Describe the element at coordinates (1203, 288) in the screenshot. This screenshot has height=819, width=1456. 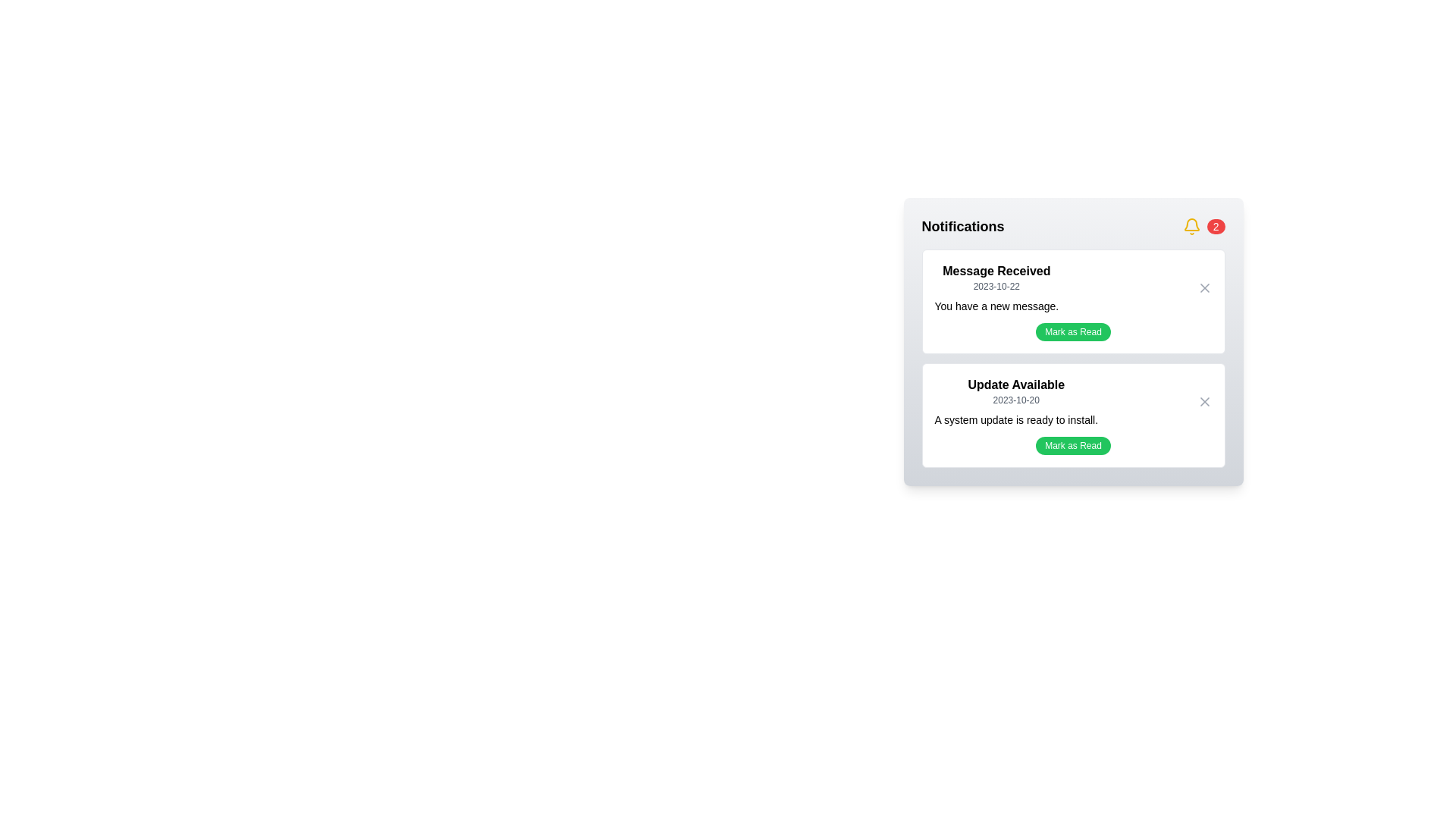
I see `the 'X' Close Icon located at the top-right corner of the notification card` at that location.